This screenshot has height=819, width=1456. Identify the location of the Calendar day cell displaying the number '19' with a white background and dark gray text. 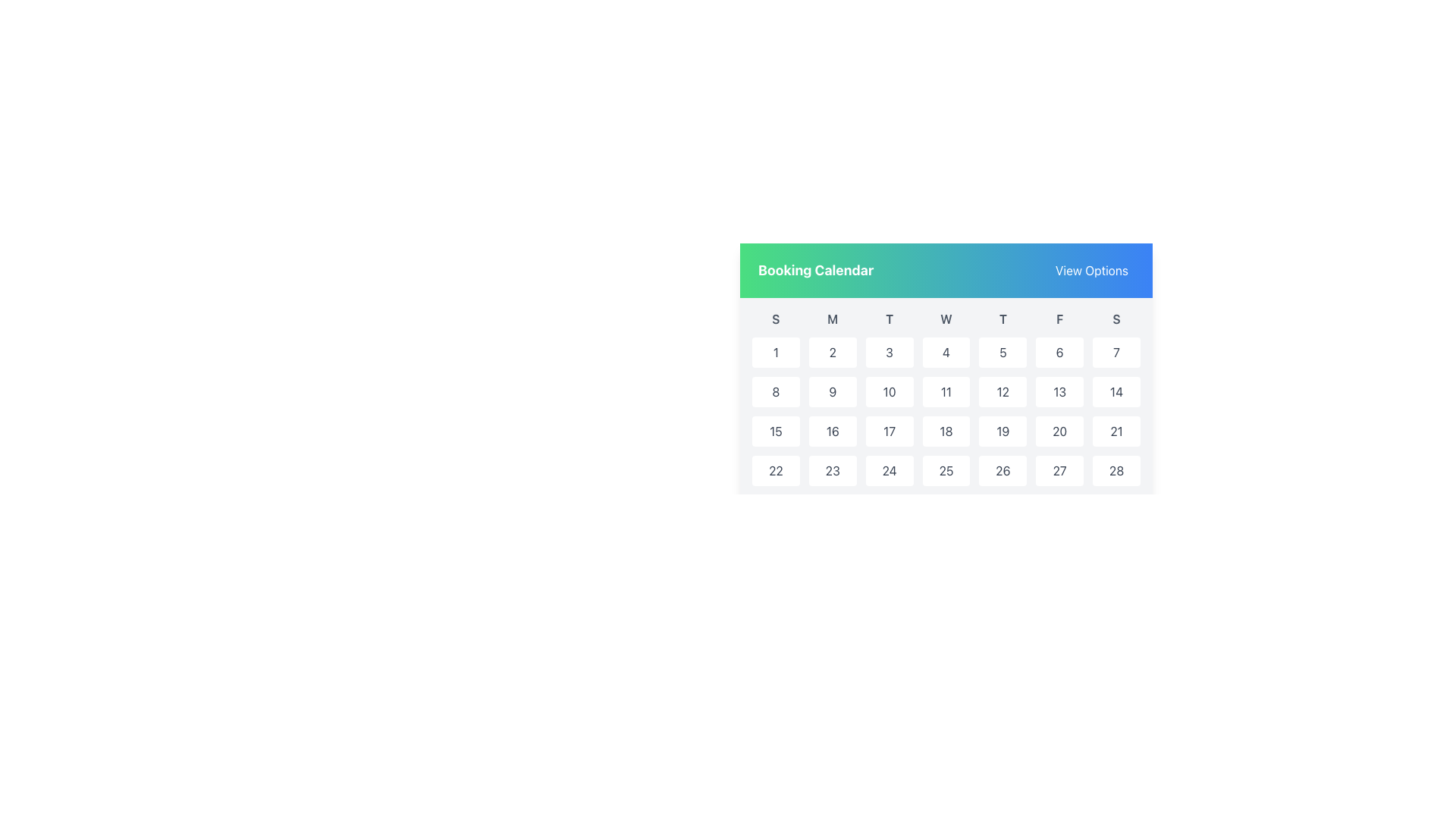
(1003, 431).